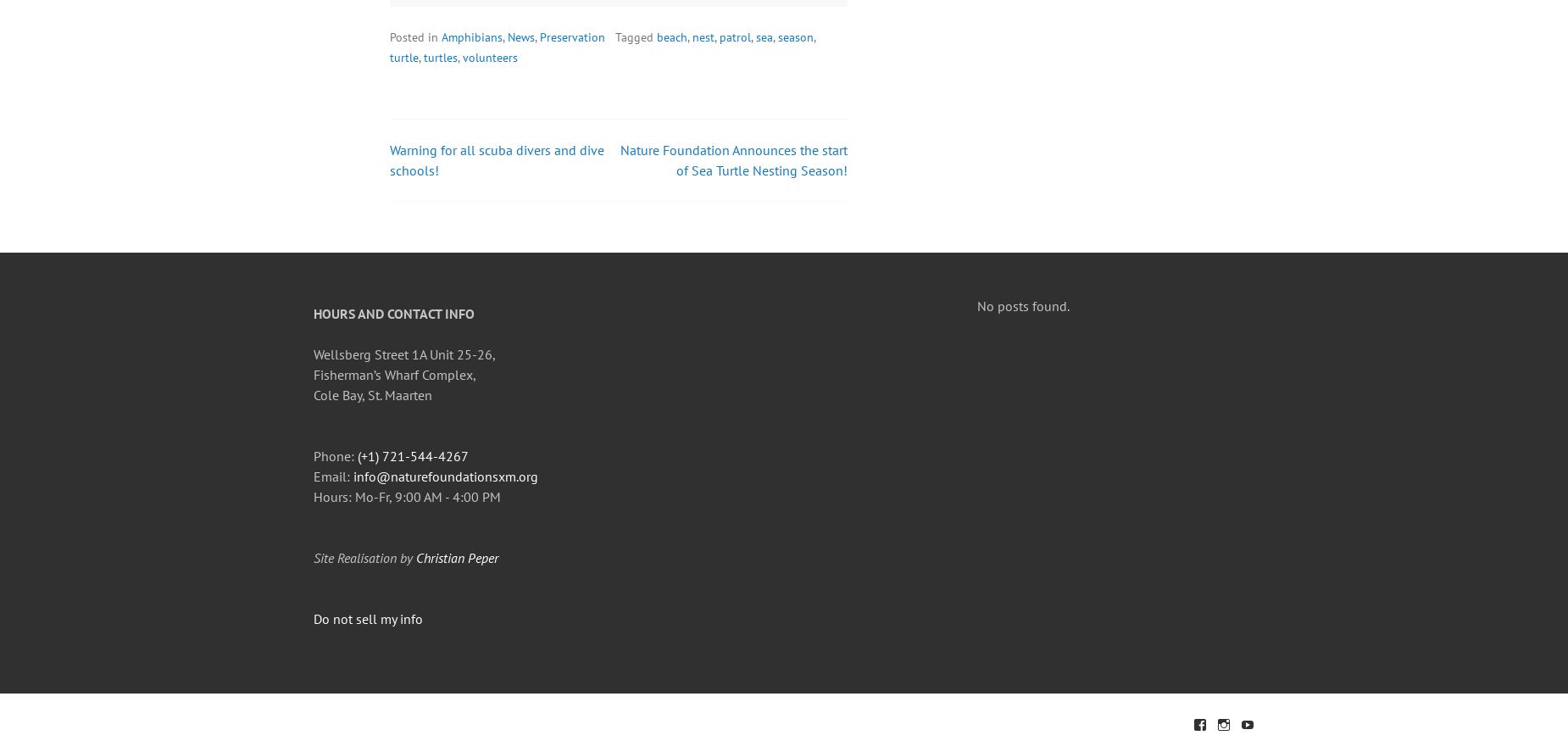 The height and width of the screenshot is (752, 1568). What do you see at coordinates (332, 476) in the screenshot?
I see `'Email:'` at bounding box center [332, 476].